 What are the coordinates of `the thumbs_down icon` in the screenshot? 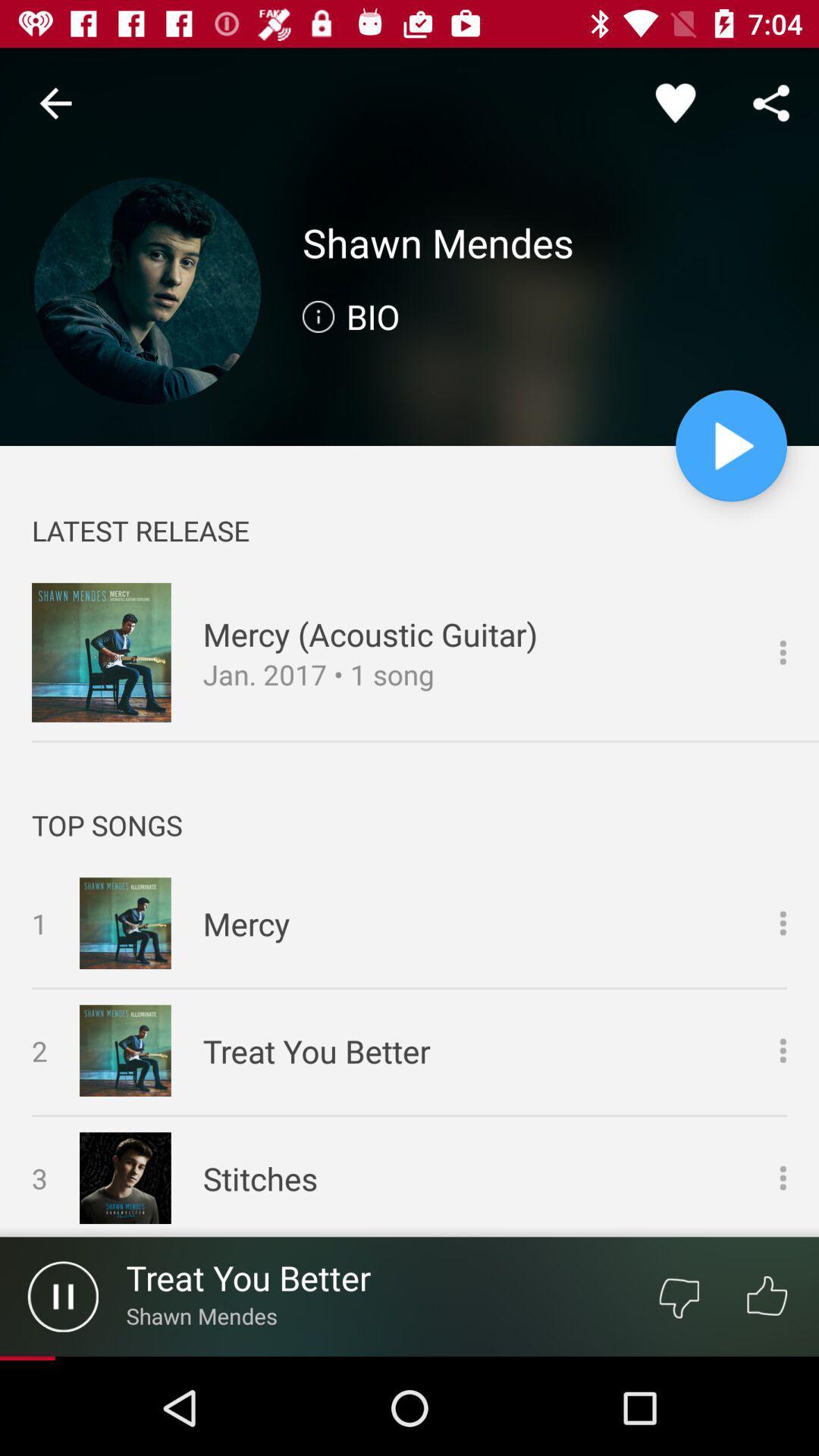 It's located at (678, 1295).